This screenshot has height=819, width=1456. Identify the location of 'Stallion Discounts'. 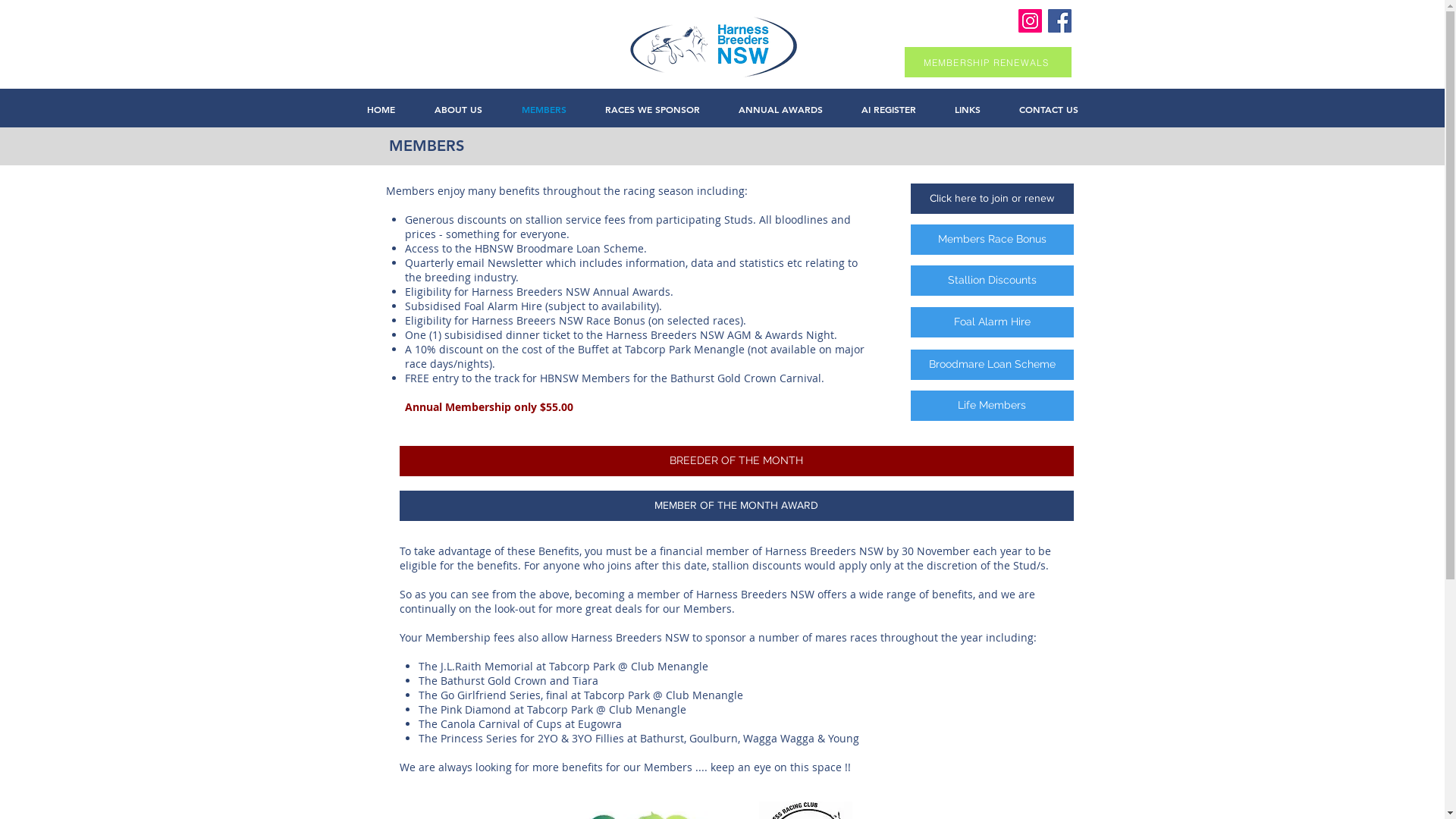
(991, 281).